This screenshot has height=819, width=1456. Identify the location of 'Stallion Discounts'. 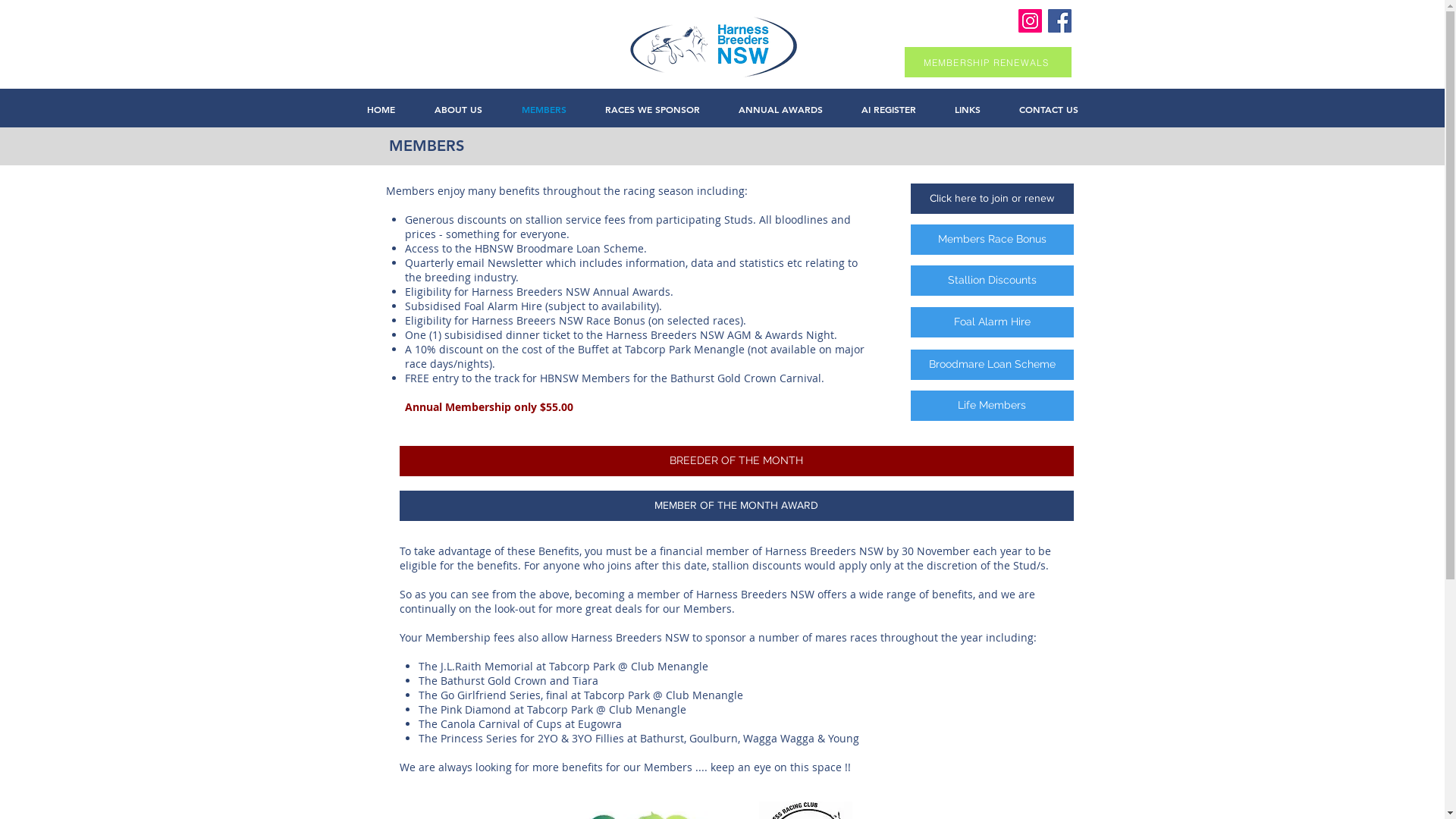
(991, 281).